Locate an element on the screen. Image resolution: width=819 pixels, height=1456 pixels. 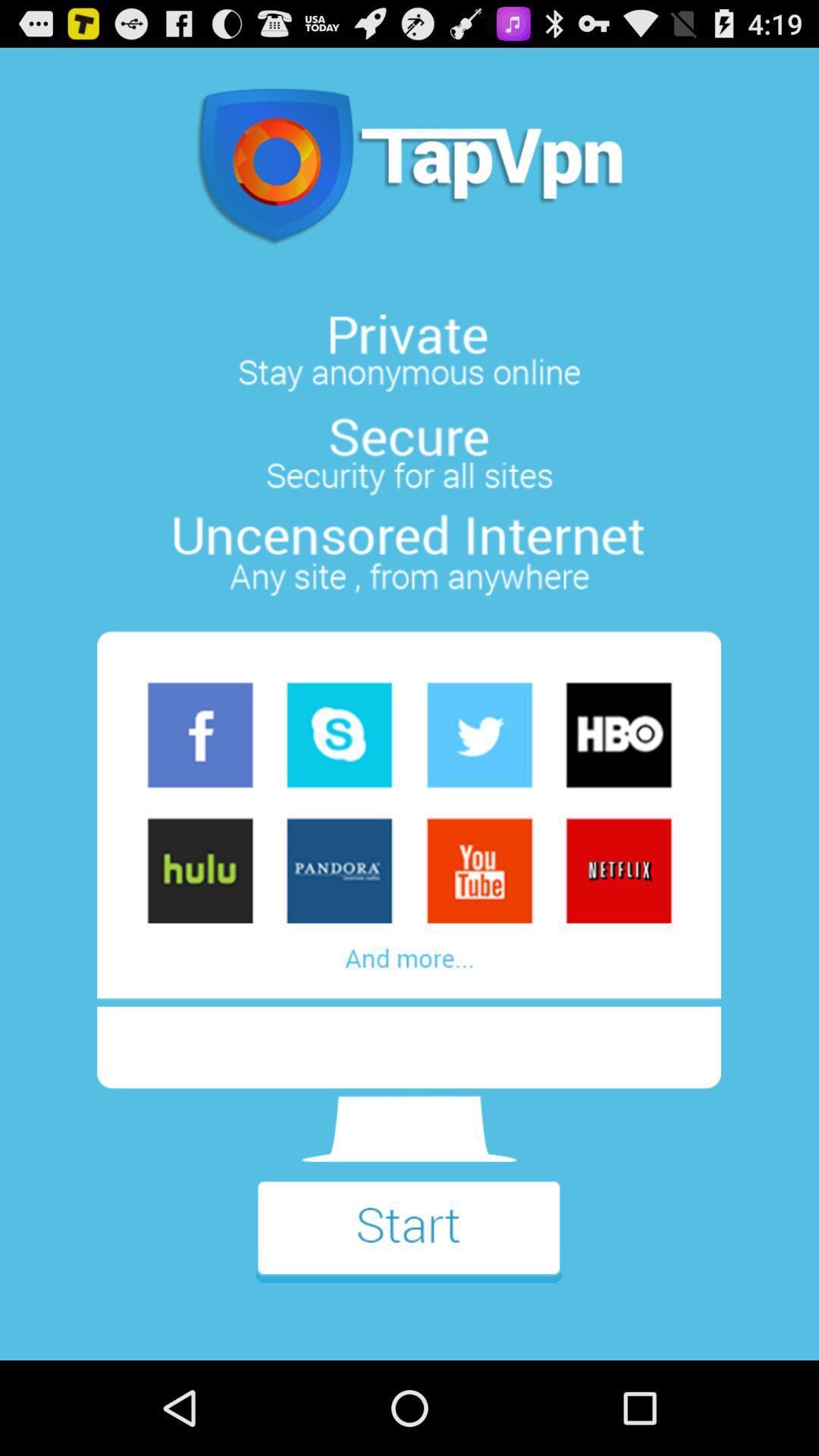
the flight icon is located at coordinates (408, 1328).